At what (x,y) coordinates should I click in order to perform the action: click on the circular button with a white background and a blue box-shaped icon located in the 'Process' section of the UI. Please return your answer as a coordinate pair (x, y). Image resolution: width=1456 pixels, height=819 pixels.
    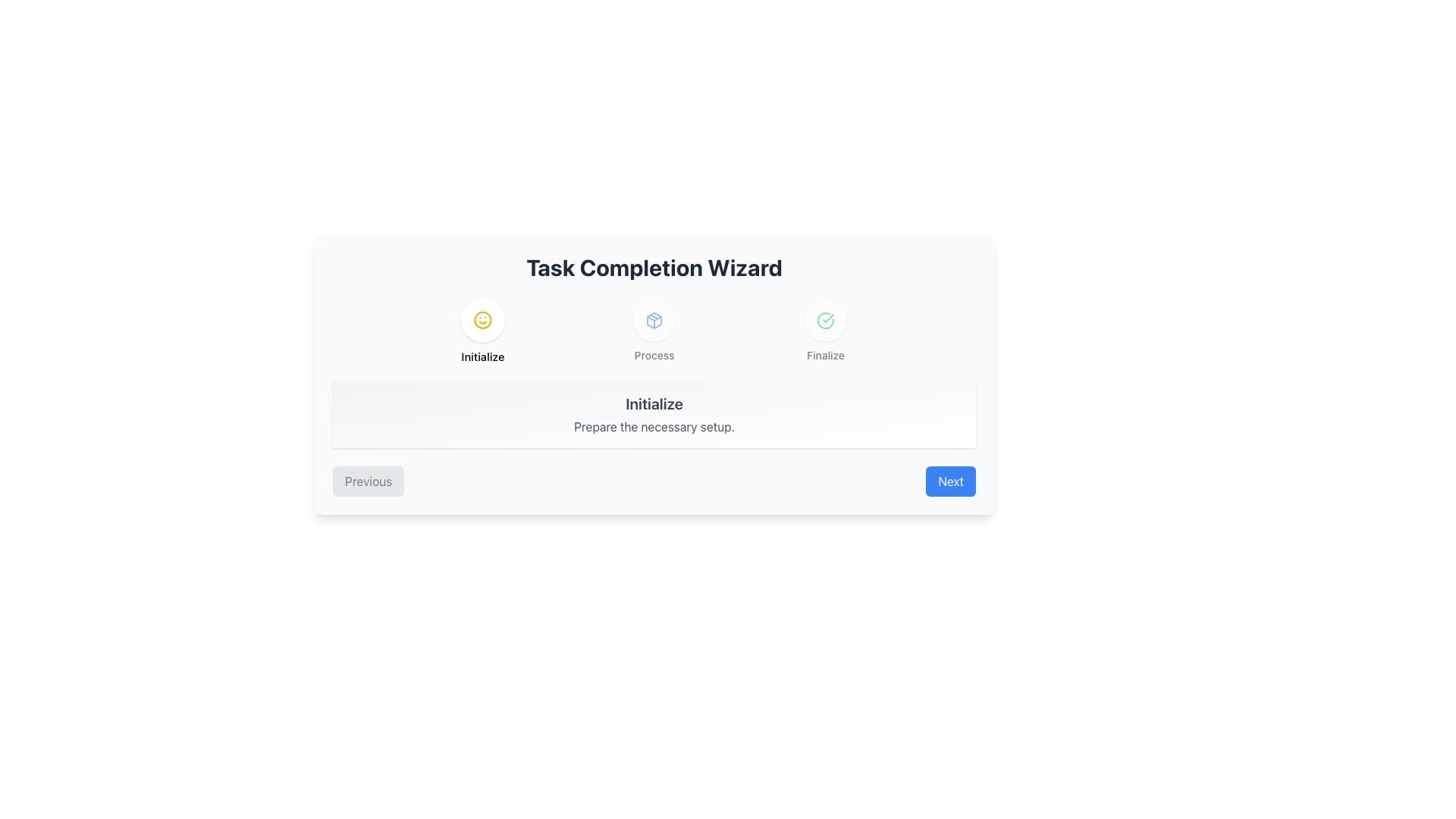
    Looking at the image, I should click on (654, 320).